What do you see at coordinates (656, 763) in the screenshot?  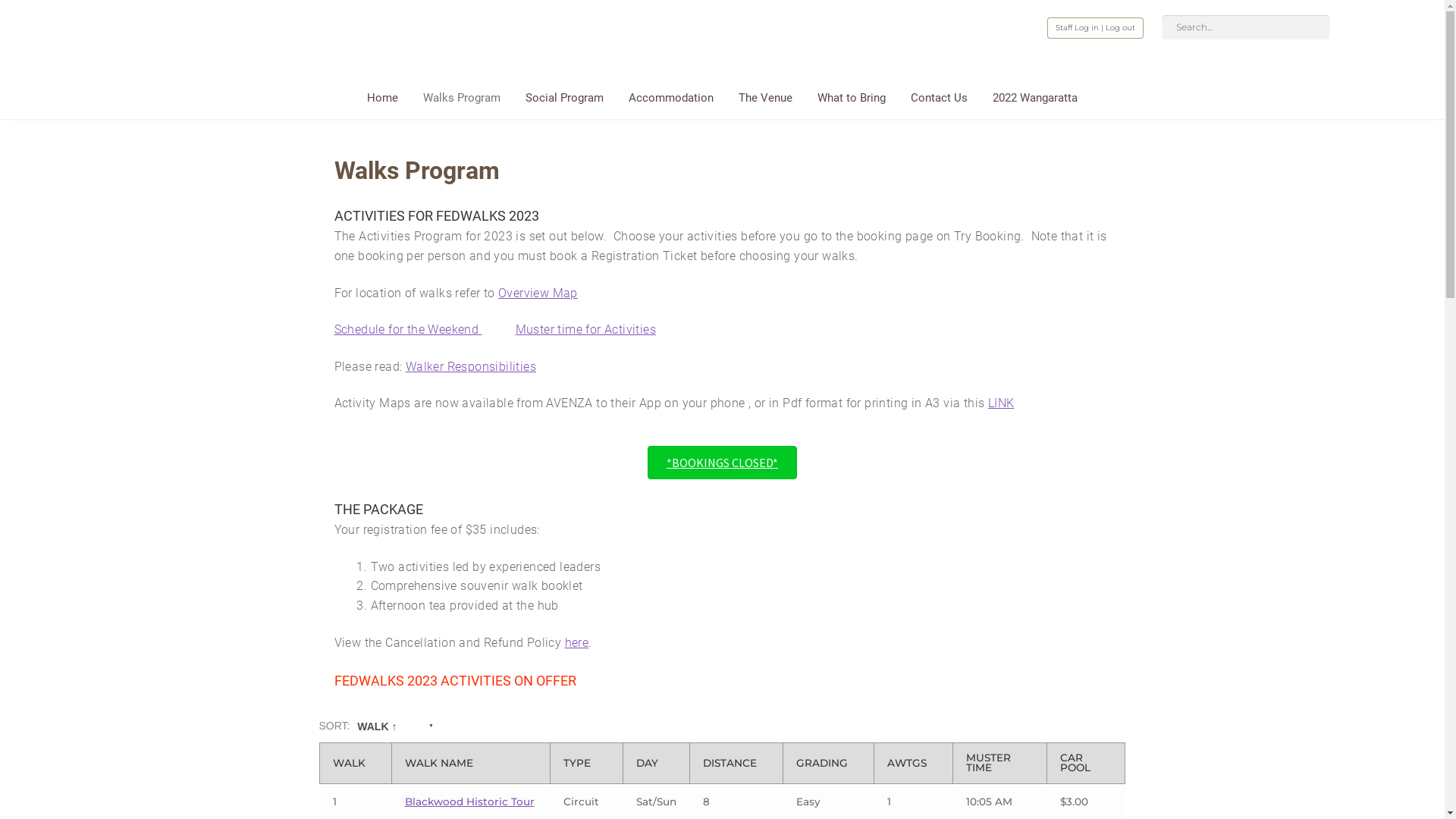 I see `'DAY'` at bounding box center [656, 763].